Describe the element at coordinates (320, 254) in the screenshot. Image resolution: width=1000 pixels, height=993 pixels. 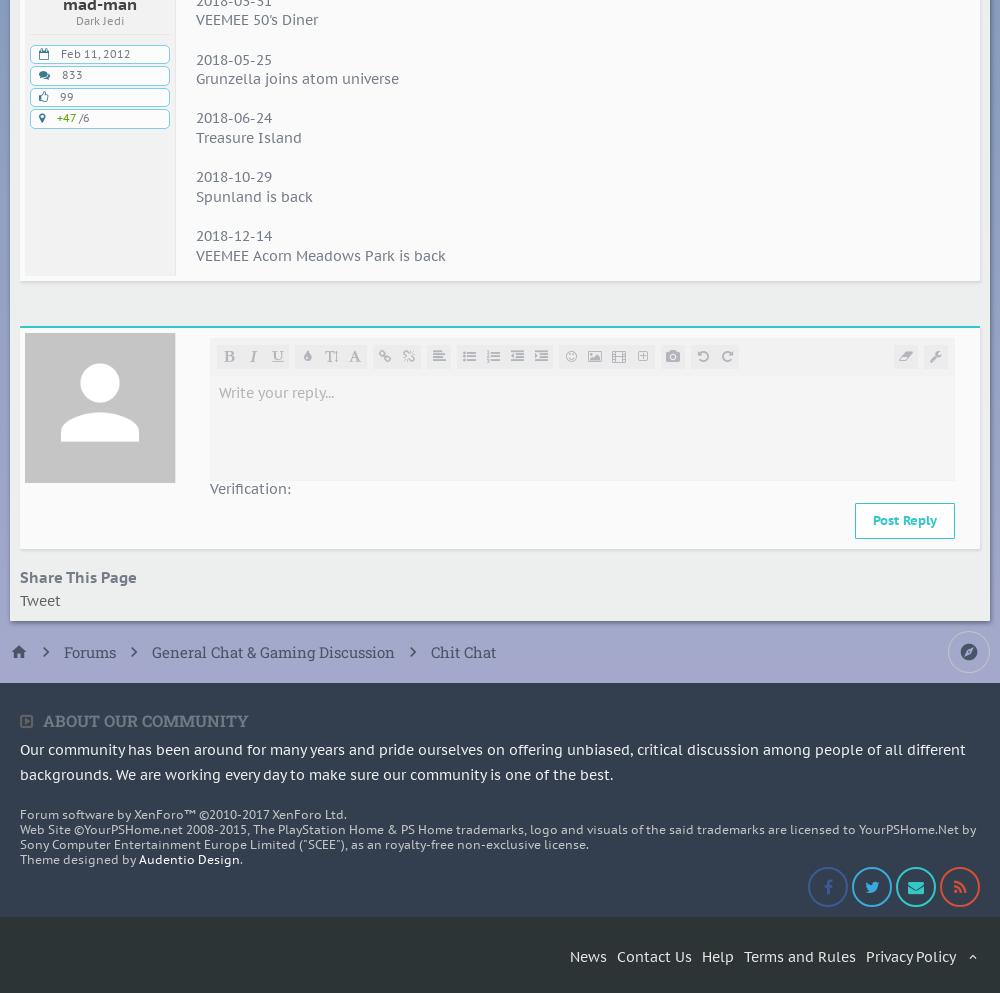
I see `'VEEMEE Acorn Meadows Park is back'` at that location.